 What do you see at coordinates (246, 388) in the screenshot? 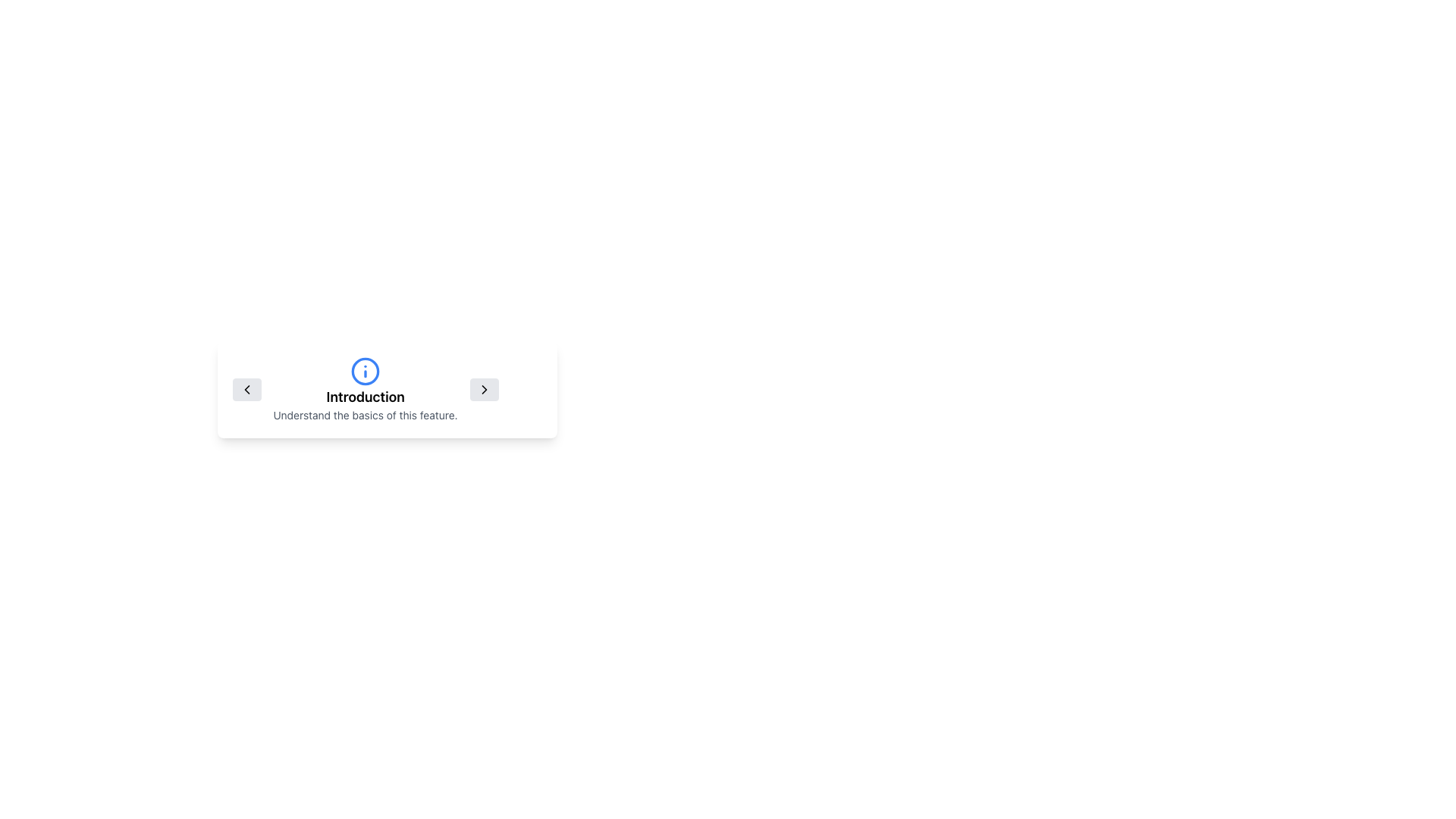
I see `the back navigation icon located within a small rectangular button on the left side of a row of interactive elements to initiate navigation to the previous view` at bounding box center [246, 388].